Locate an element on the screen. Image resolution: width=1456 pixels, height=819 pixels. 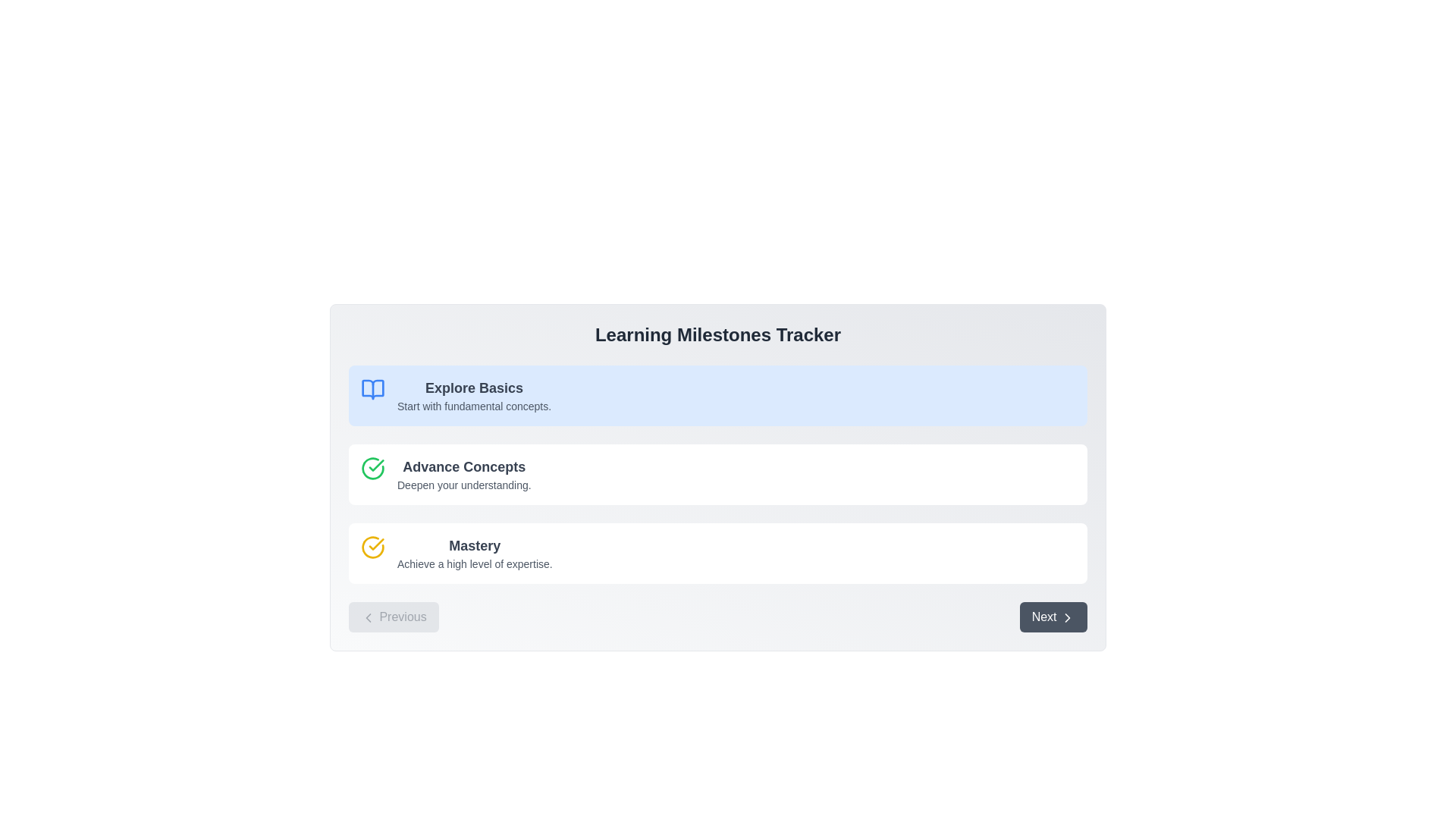
the Text Label that provides a concise explanation related to the 'Mastery' milestone, located directly below the 'Mastery' heading in the 'Learning Milestones Tracker.' is located at coordinates (474, 564).